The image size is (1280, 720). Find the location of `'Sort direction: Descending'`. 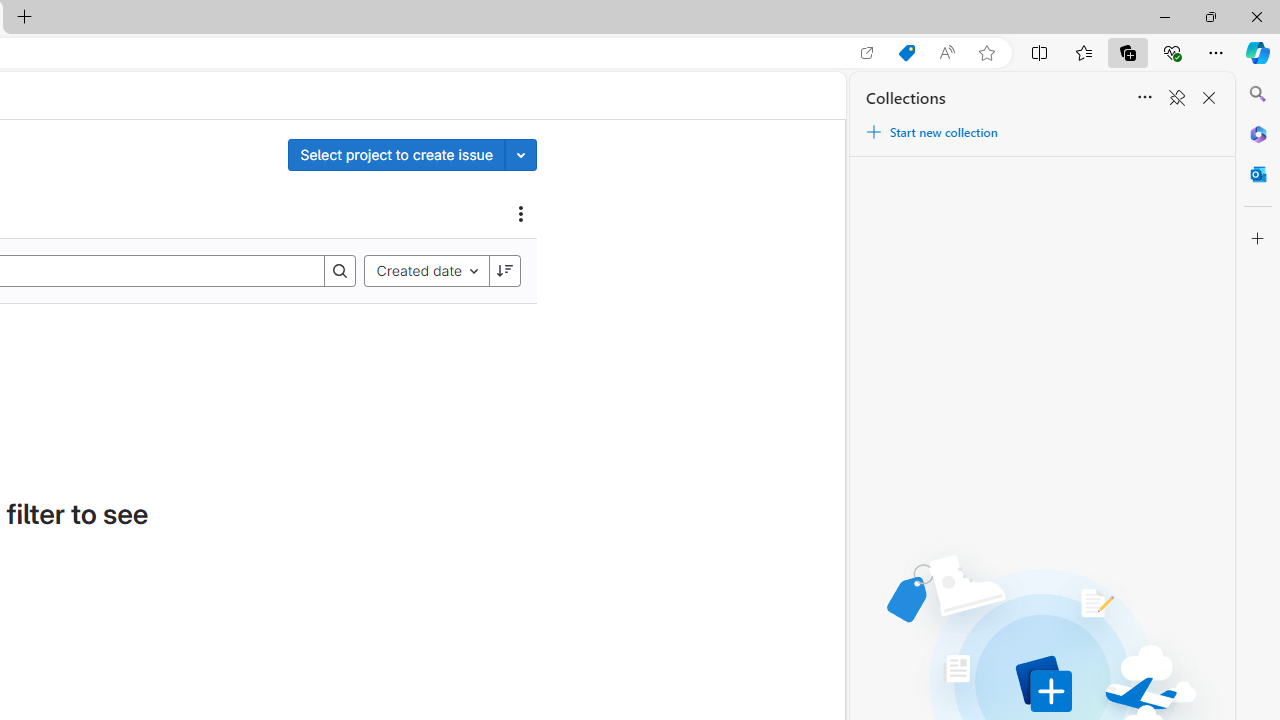

'Sort direction: Descending' is located at coordinates (504, 270).